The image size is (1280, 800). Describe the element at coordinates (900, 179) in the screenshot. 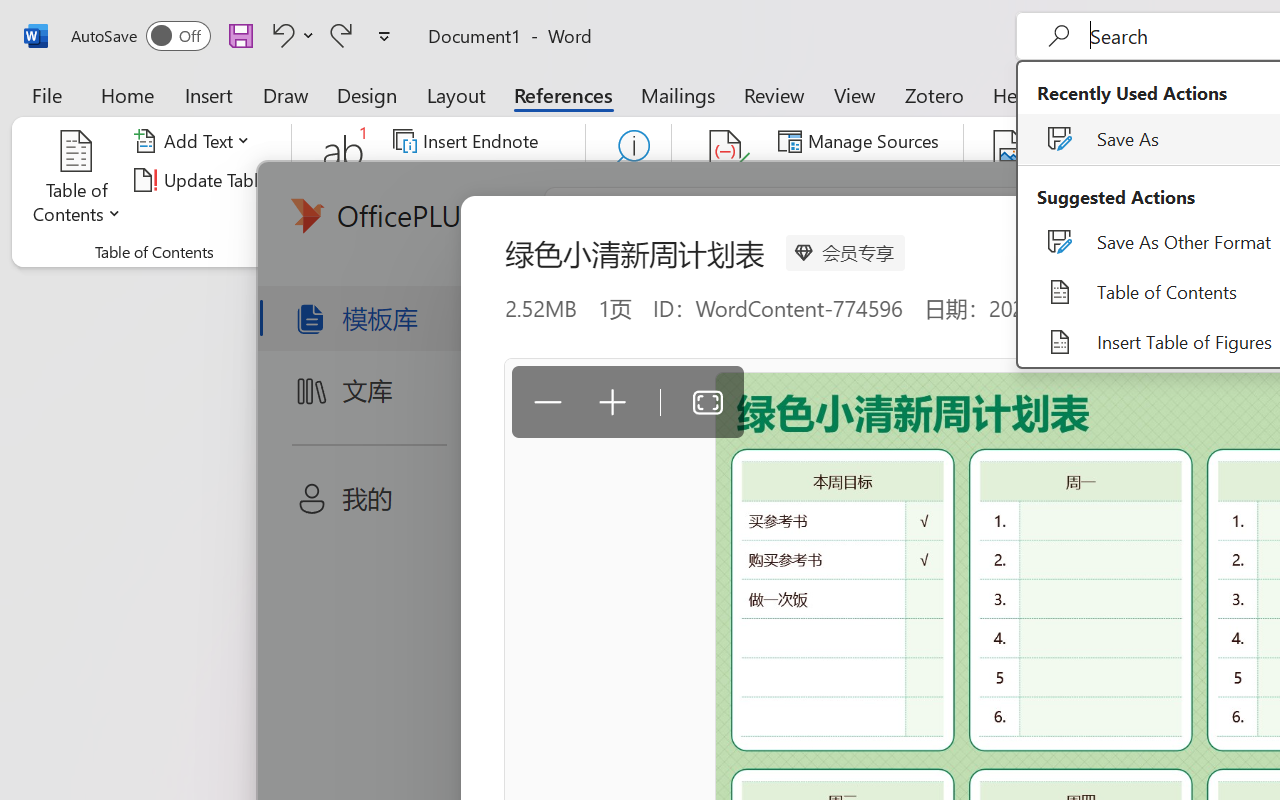

I see `'Style'` at that location.